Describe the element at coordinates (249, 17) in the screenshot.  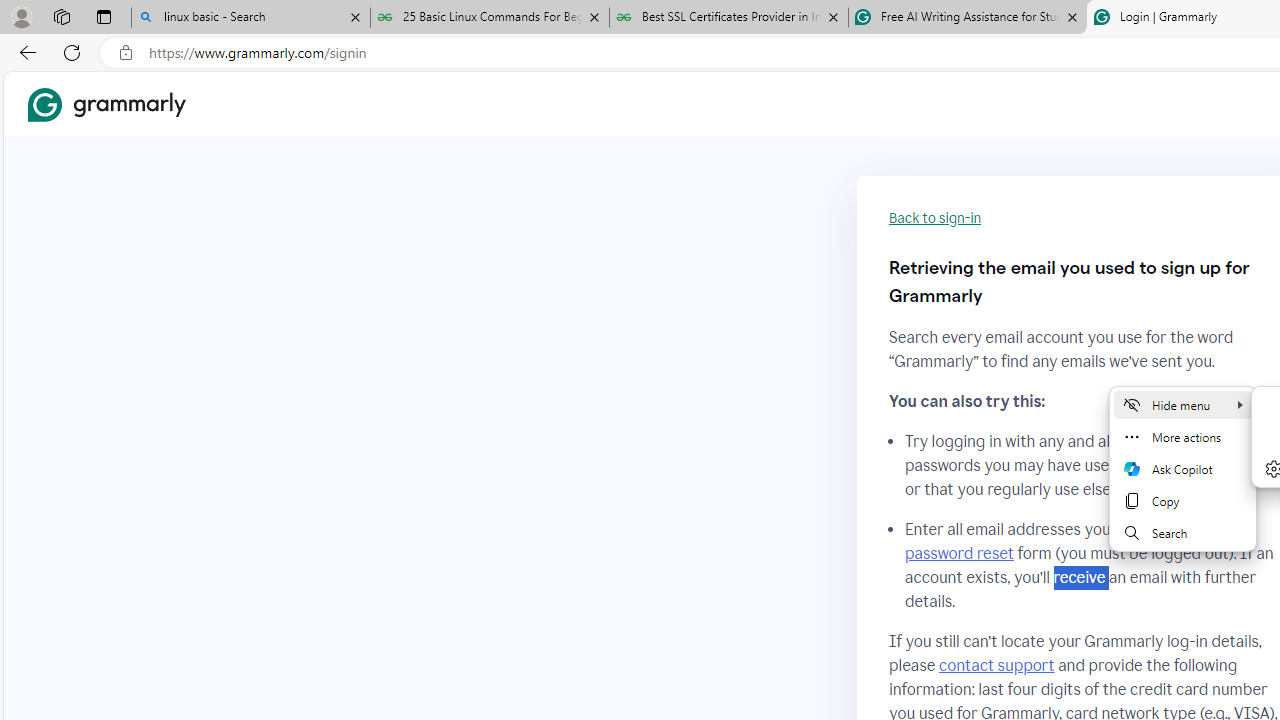
I see `'linux basic - Search'` at that location.